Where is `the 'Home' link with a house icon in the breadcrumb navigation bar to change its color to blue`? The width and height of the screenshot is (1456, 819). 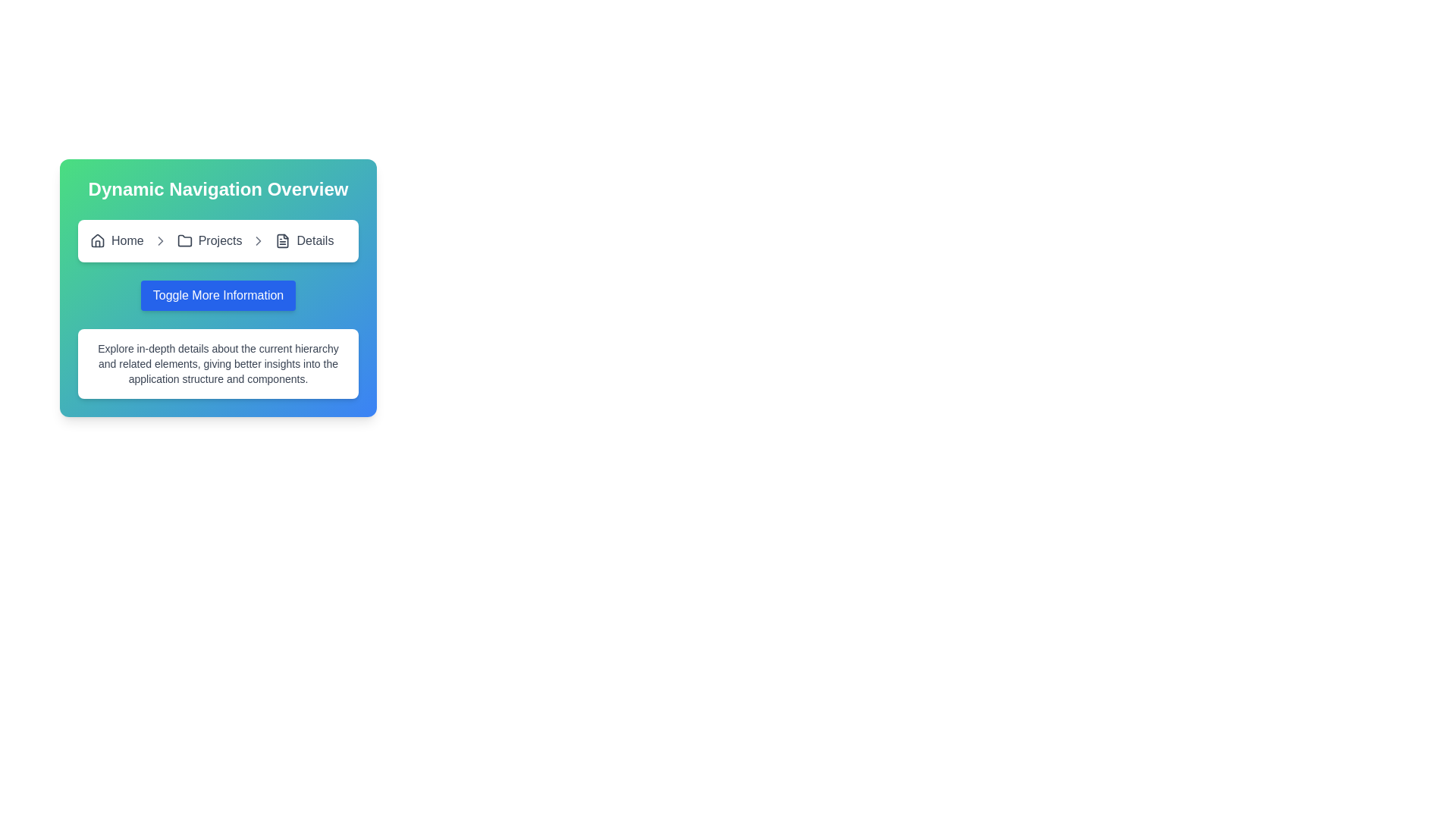
the 'Home' link with a house icon in the breadcrumb navigation bar to change its color to blue is located at coordinates (116, 240).